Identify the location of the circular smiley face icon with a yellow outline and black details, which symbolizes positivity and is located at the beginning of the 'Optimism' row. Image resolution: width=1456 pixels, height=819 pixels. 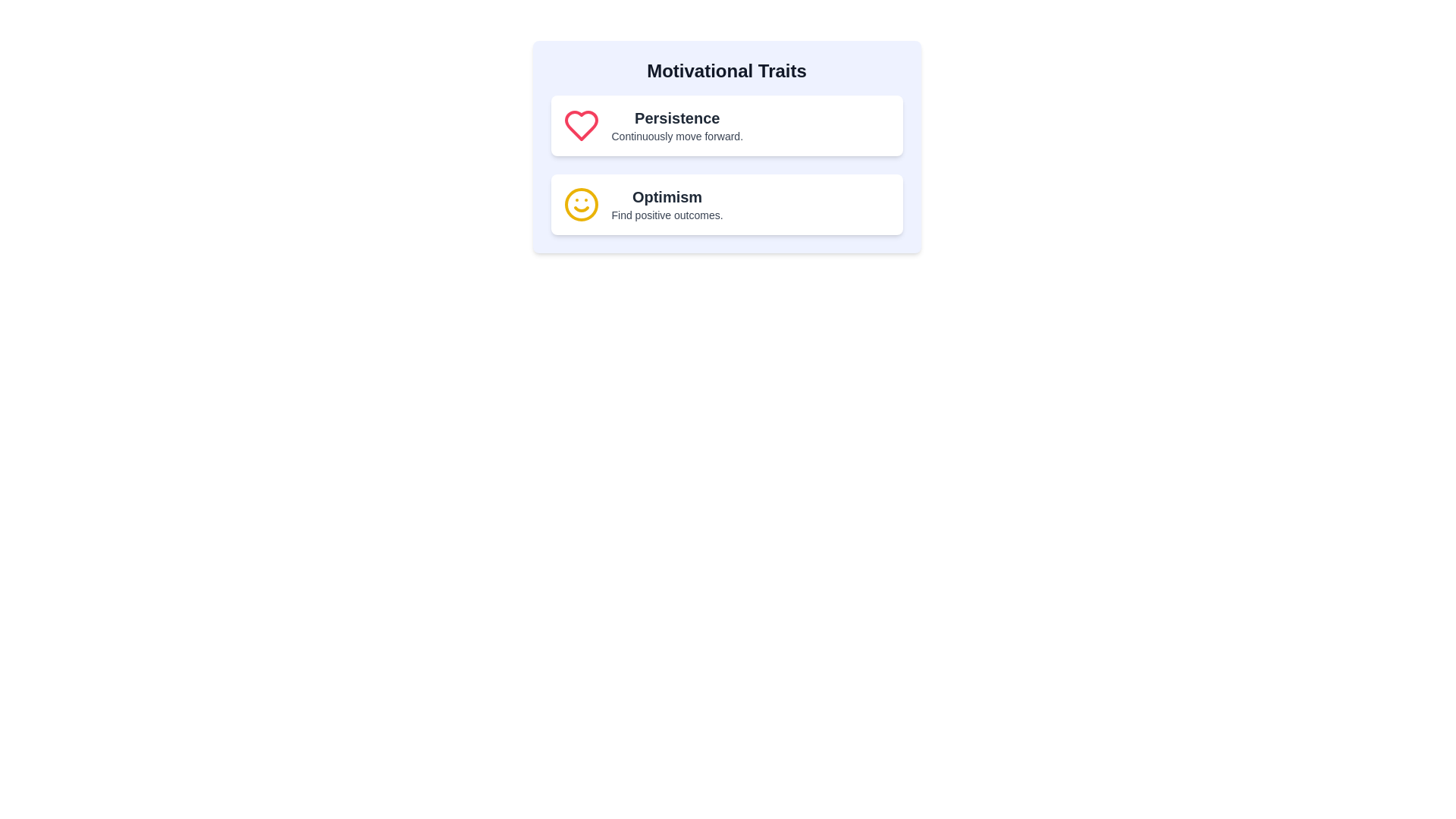
(580, 205).